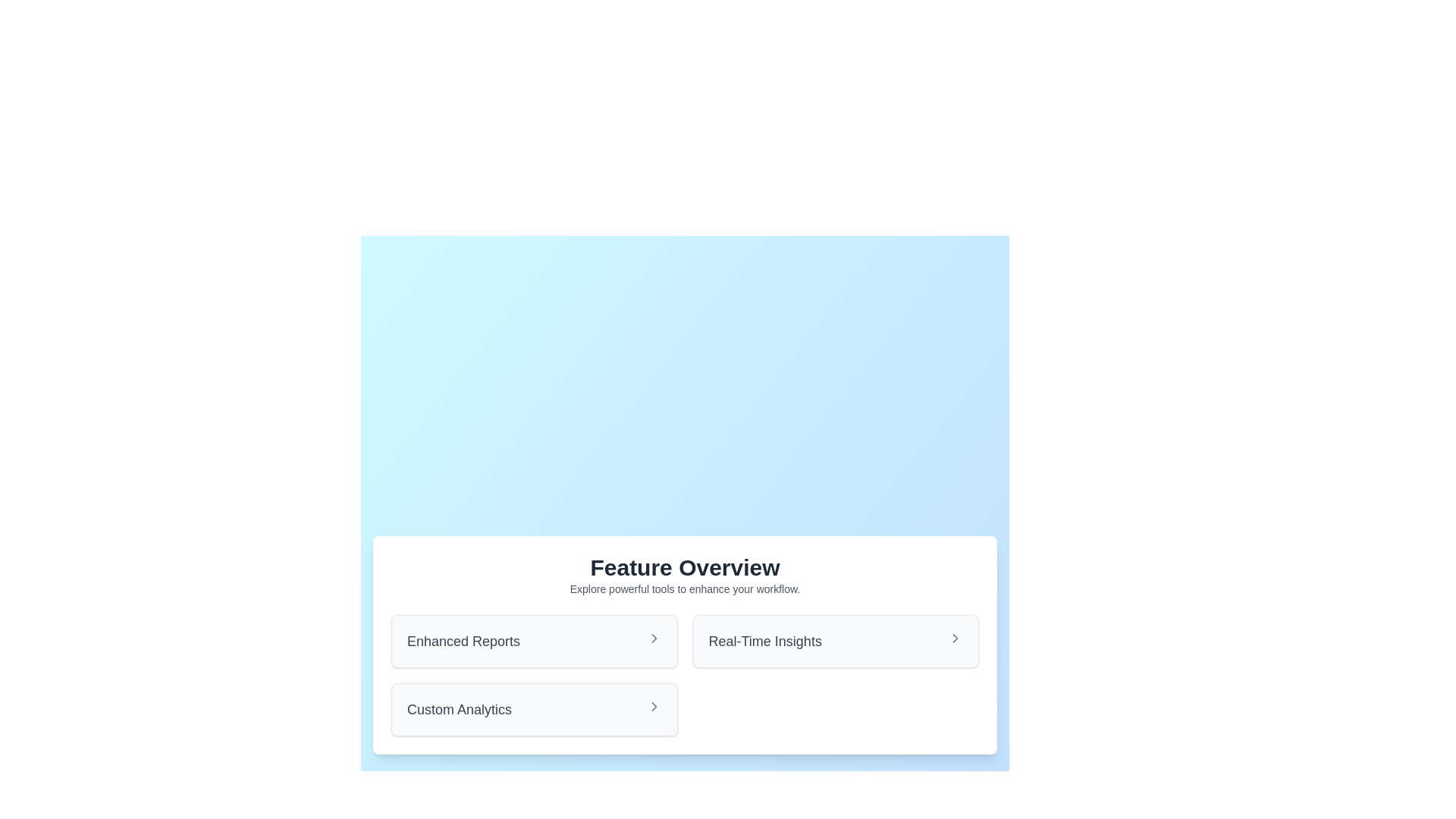 The height and width of the screenshot is (819, 1456). Describe the element at coordinates (463, 641) in the screenshot. I see `the 'Enhanced Reports' text label located under the 'Feature Overview' section` at that location.